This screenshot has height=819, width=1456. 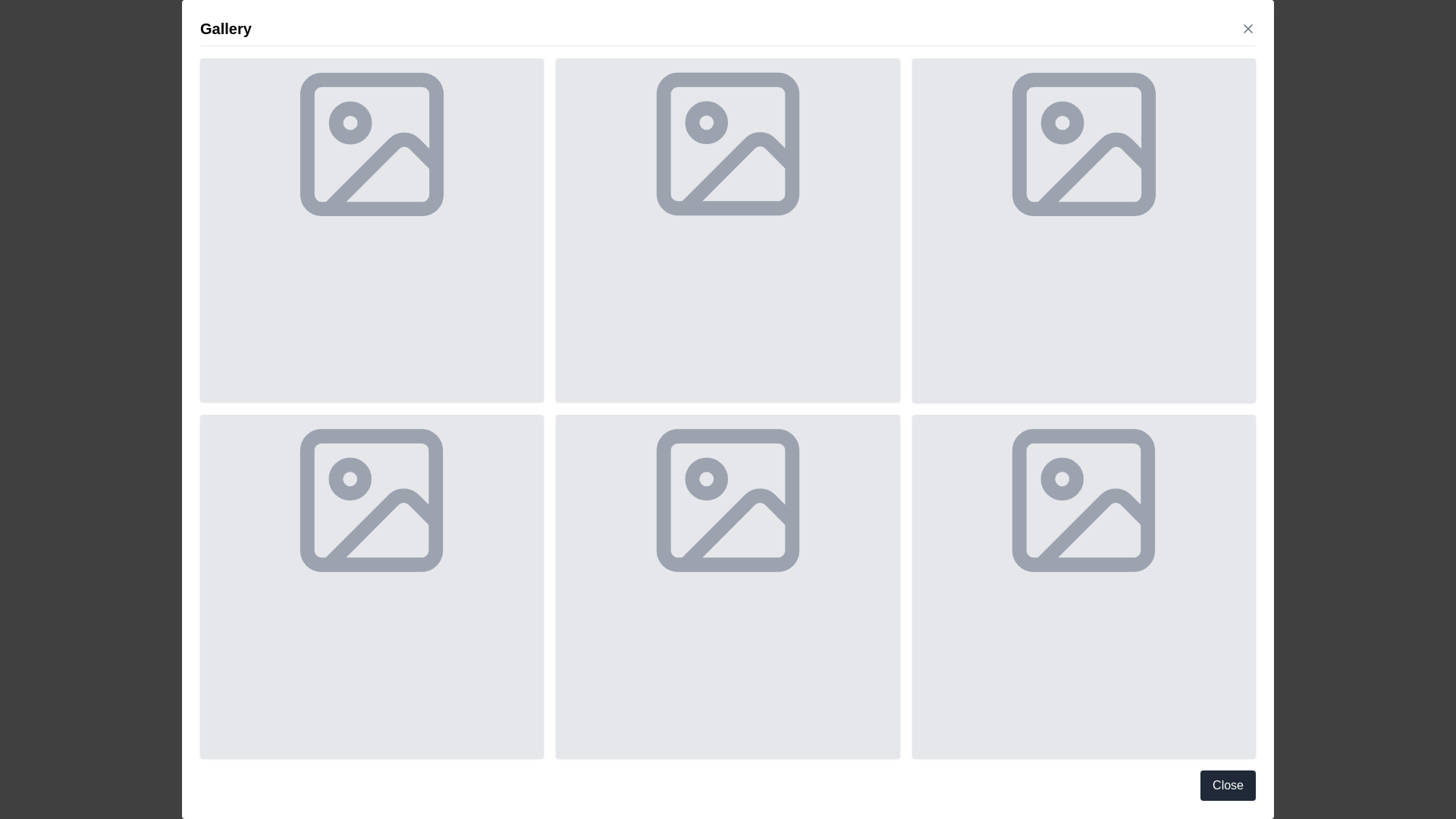 What do you see at coordinates (1062, 122) in the screenshot?
I see `the Circle (SVG element) located in the second column of the first row of the gallery grid, which is contained within the image icon` at bounding box center [1062, 122].